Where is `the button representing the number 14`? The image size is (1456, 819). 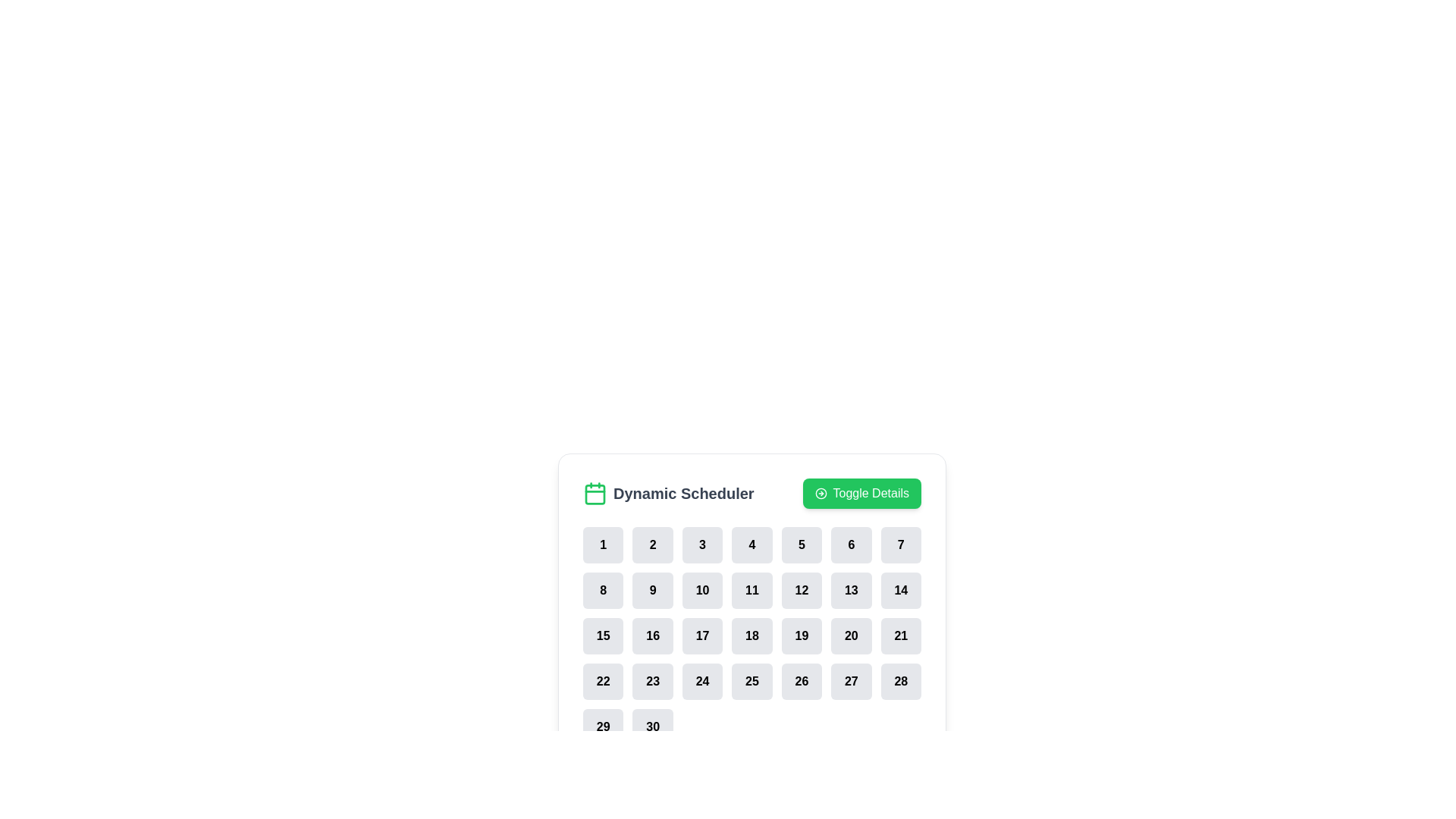 the button representing the number 14 is located at coordinates (901, 590).